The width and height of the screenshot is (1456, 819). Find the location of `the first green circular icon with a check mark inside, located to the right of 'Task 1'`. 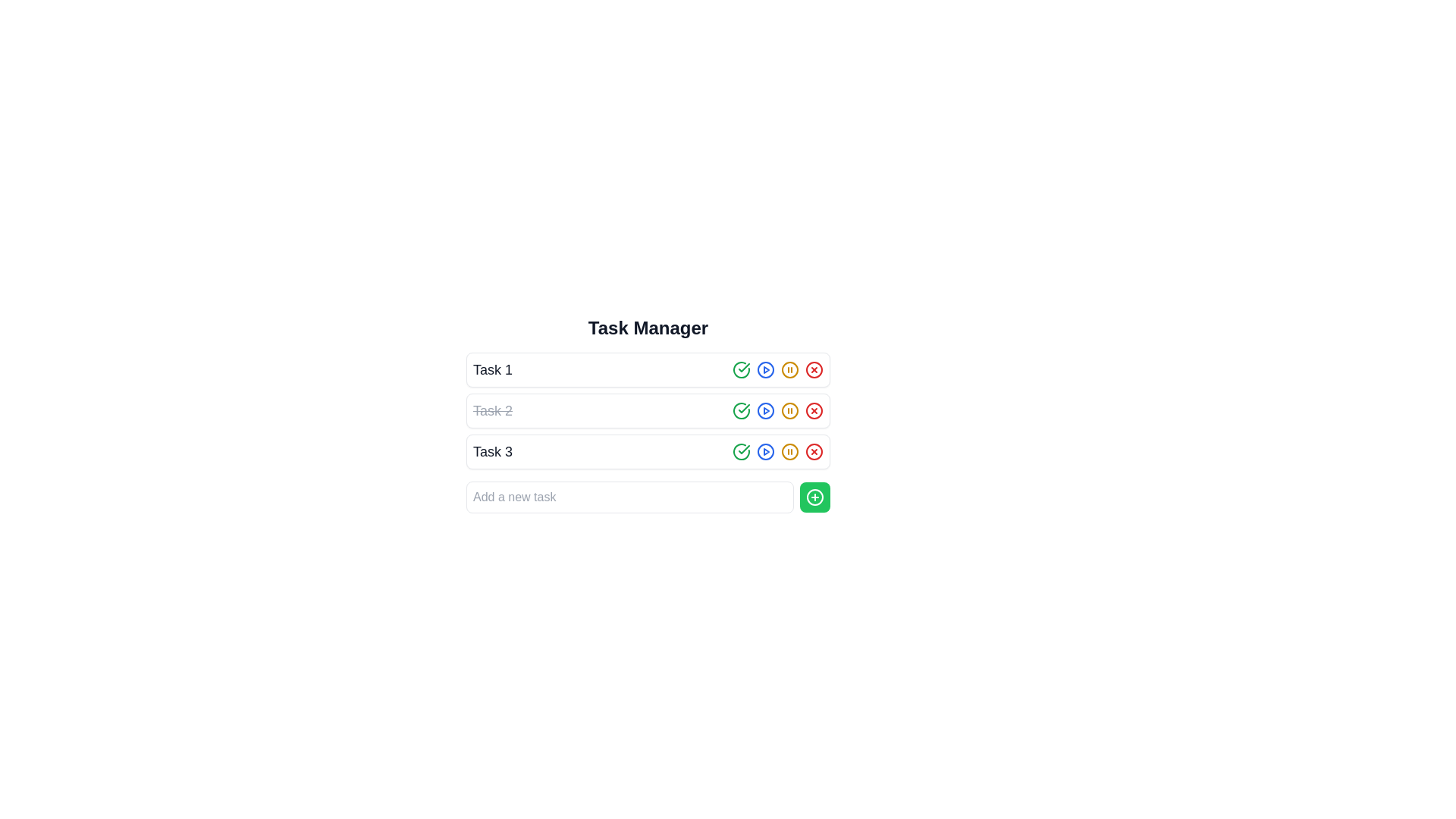

the first green circular icon with a check mark inside, located to the right of 'Task 1' is located at coordinates (742, 370).